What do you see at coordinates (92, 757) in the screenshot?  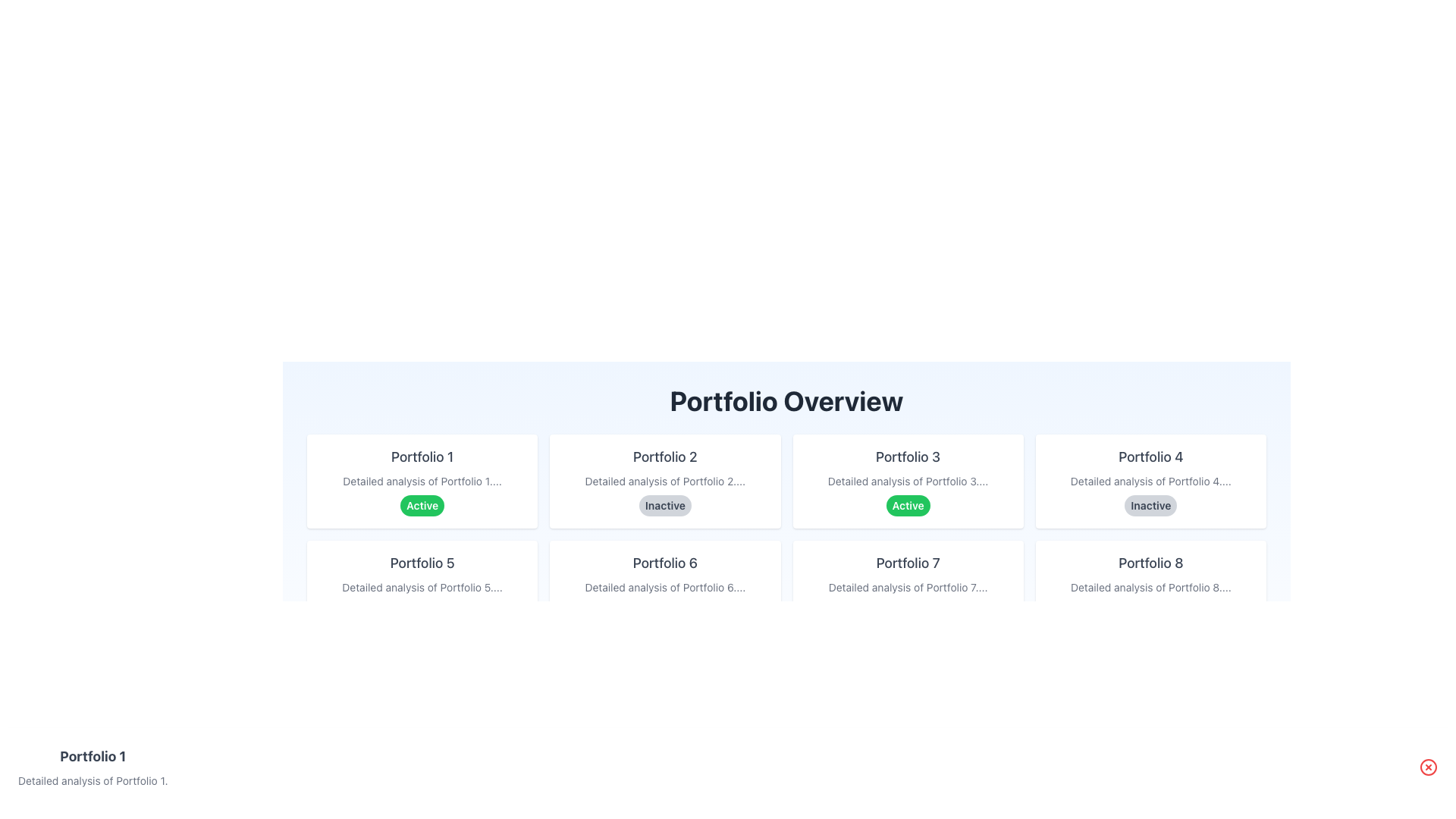 I see `text label displaying 'Portfolio 1' which is bold and large, located at the bottom-left corner of the interface` at bounding box center [92, 757].